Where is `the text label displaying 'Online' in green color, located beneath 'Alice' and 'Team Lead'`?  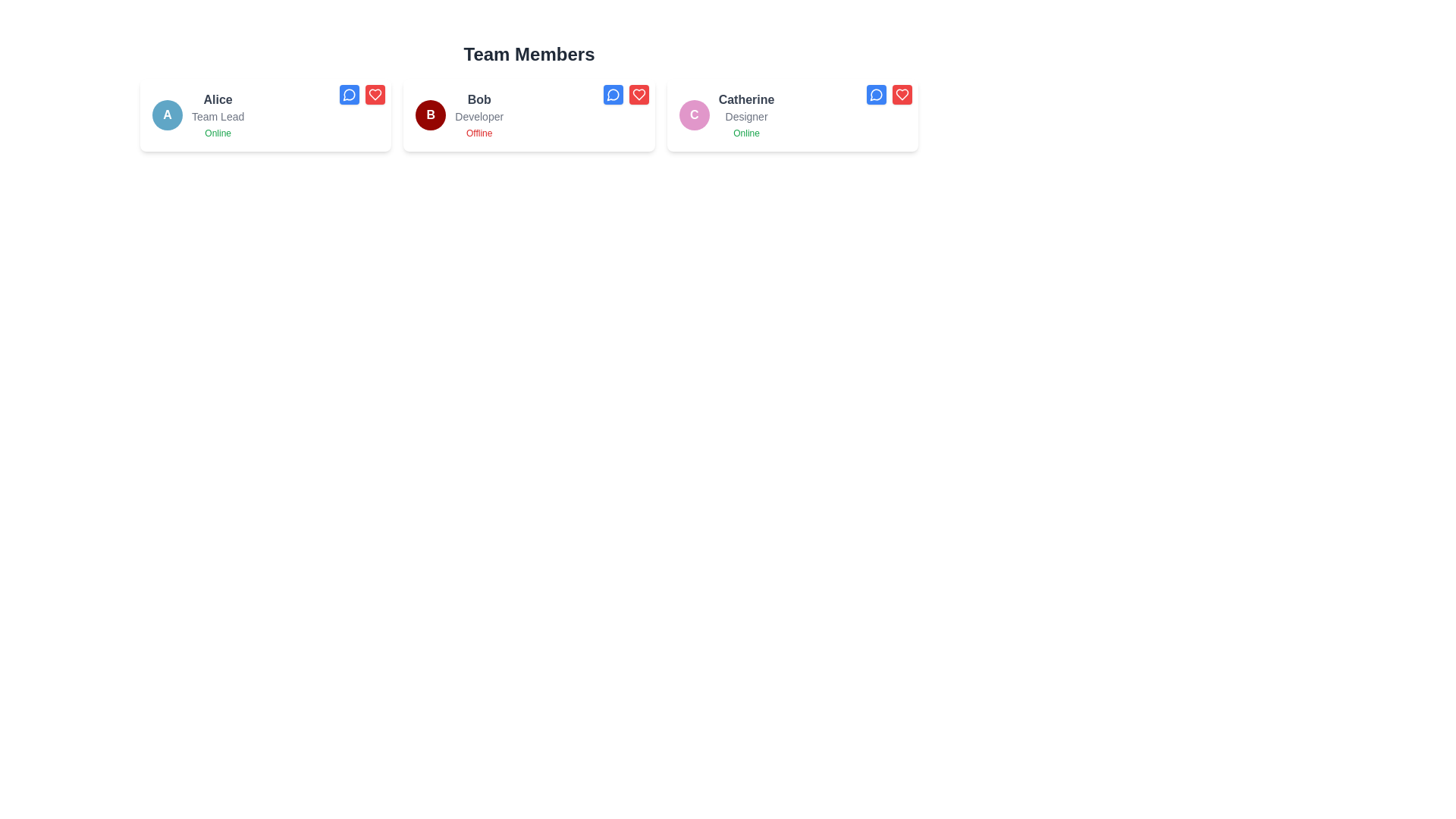
the text label displaying 'Online' in green color, located beneath 'Alice' and 'Team Lead' is located at coordinates (217, 133).